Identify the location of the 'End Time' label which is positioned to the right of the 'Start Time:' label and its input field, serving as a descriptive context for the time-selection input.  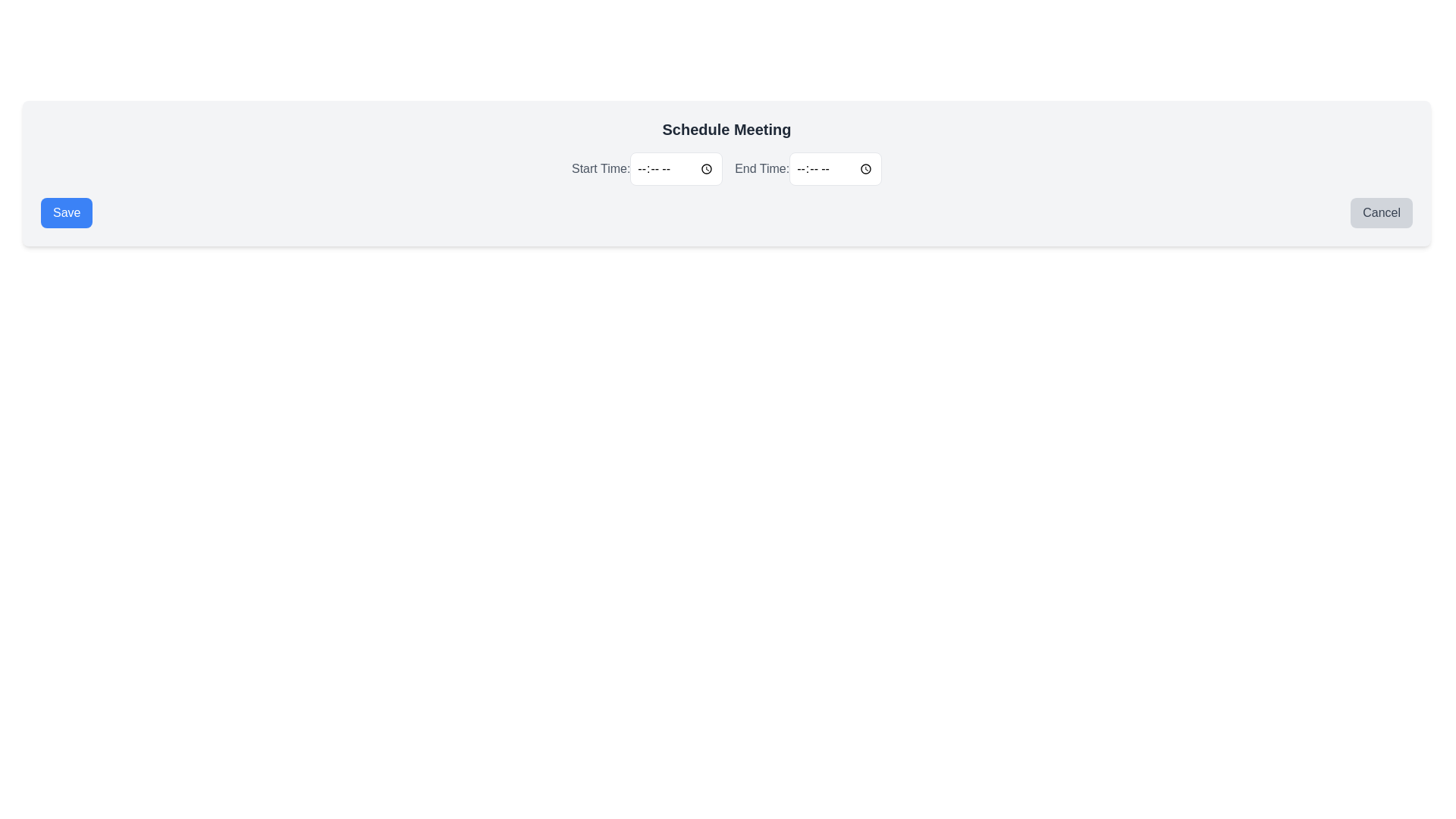
(762, 168).